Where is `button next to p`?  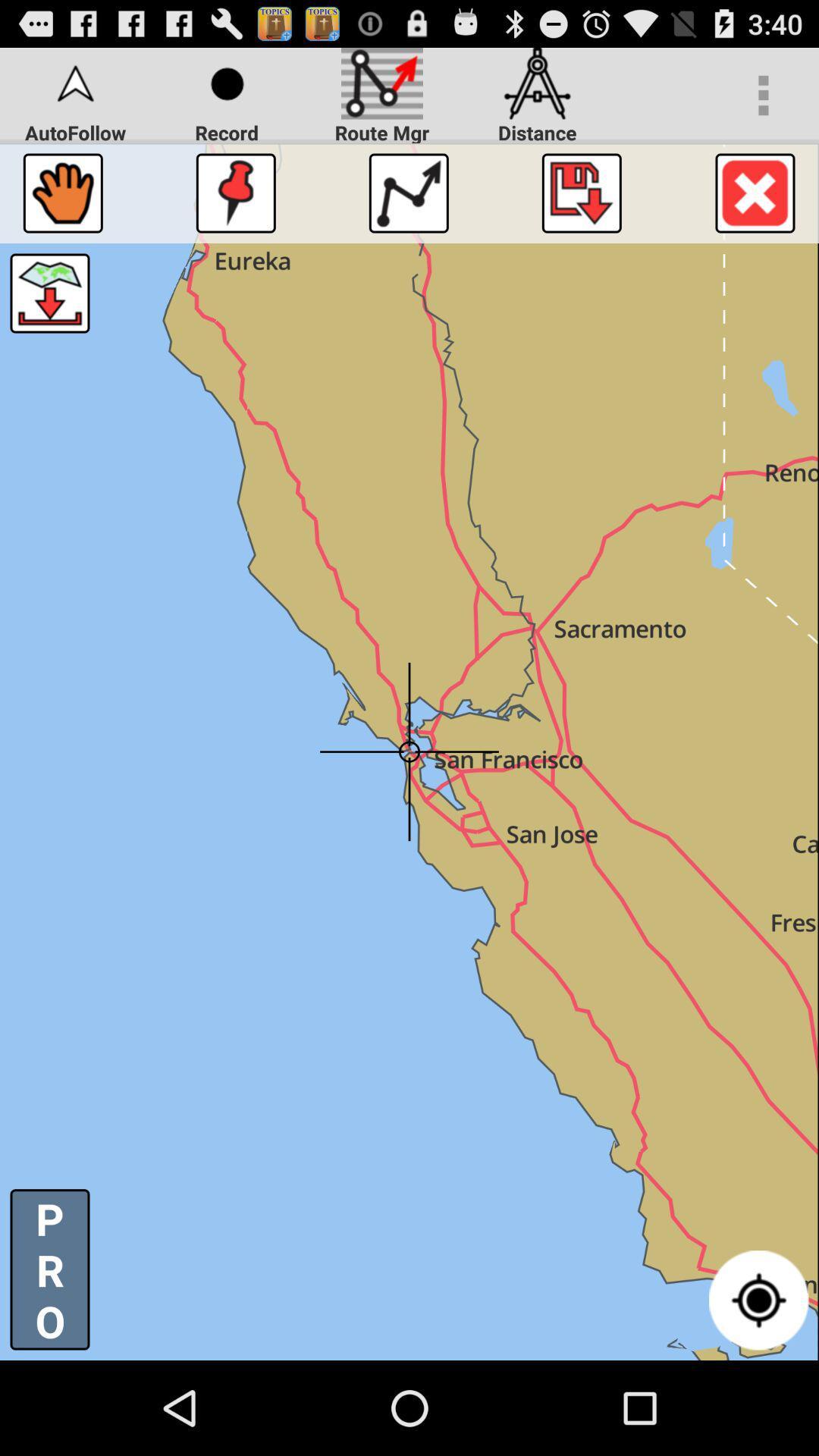 button next to p is located at coordinates (758, 1299).